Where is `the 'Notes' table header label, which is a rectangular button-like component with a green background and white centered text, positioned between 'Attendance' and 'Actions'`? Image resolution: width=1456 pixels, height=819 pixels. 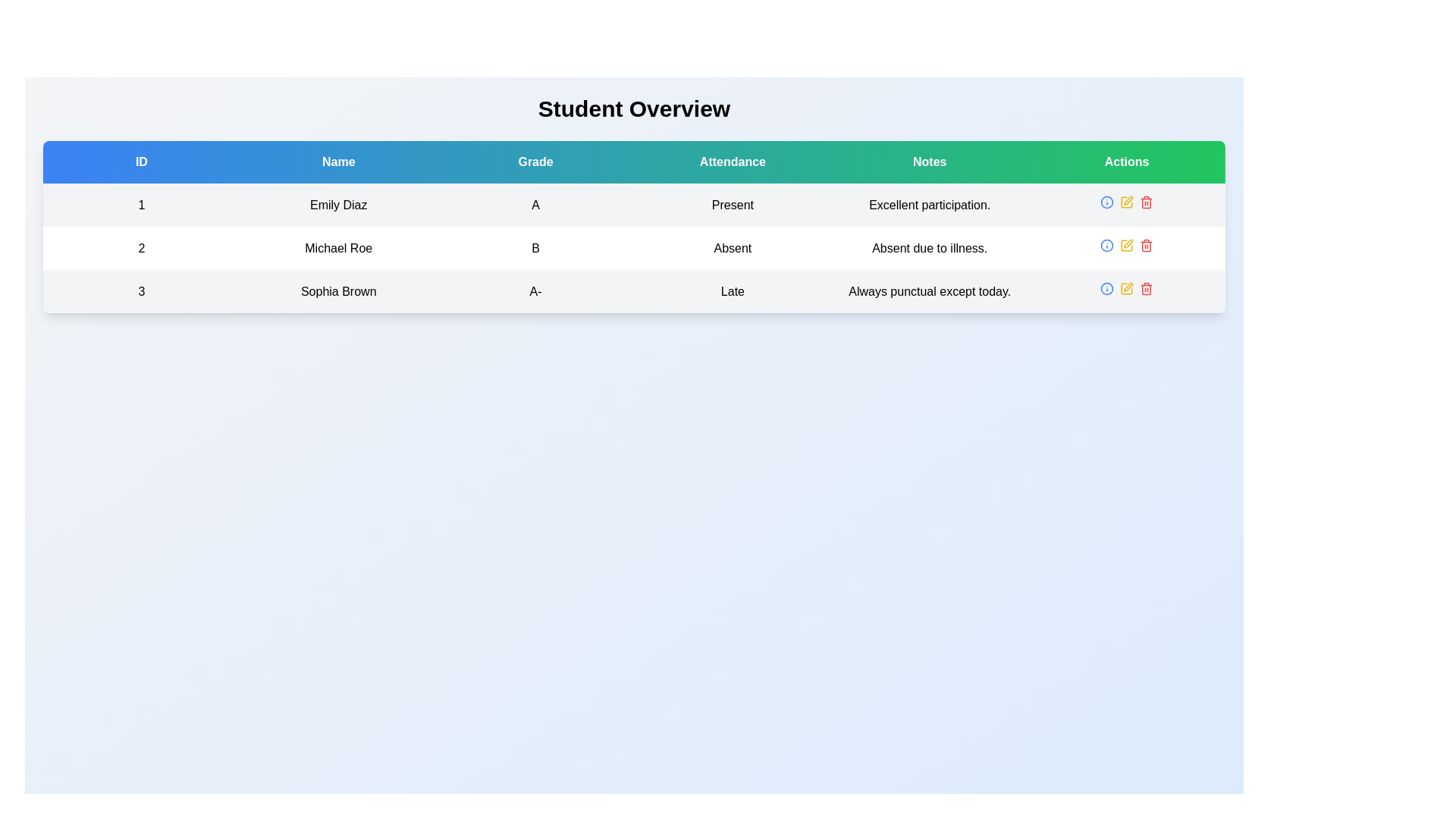 the 'Notes' table header label, which is a rectangular button-like component with a green background and white centered text, positioned between 'Attendance' and 'Actions' is located at coordinates (929, 162).